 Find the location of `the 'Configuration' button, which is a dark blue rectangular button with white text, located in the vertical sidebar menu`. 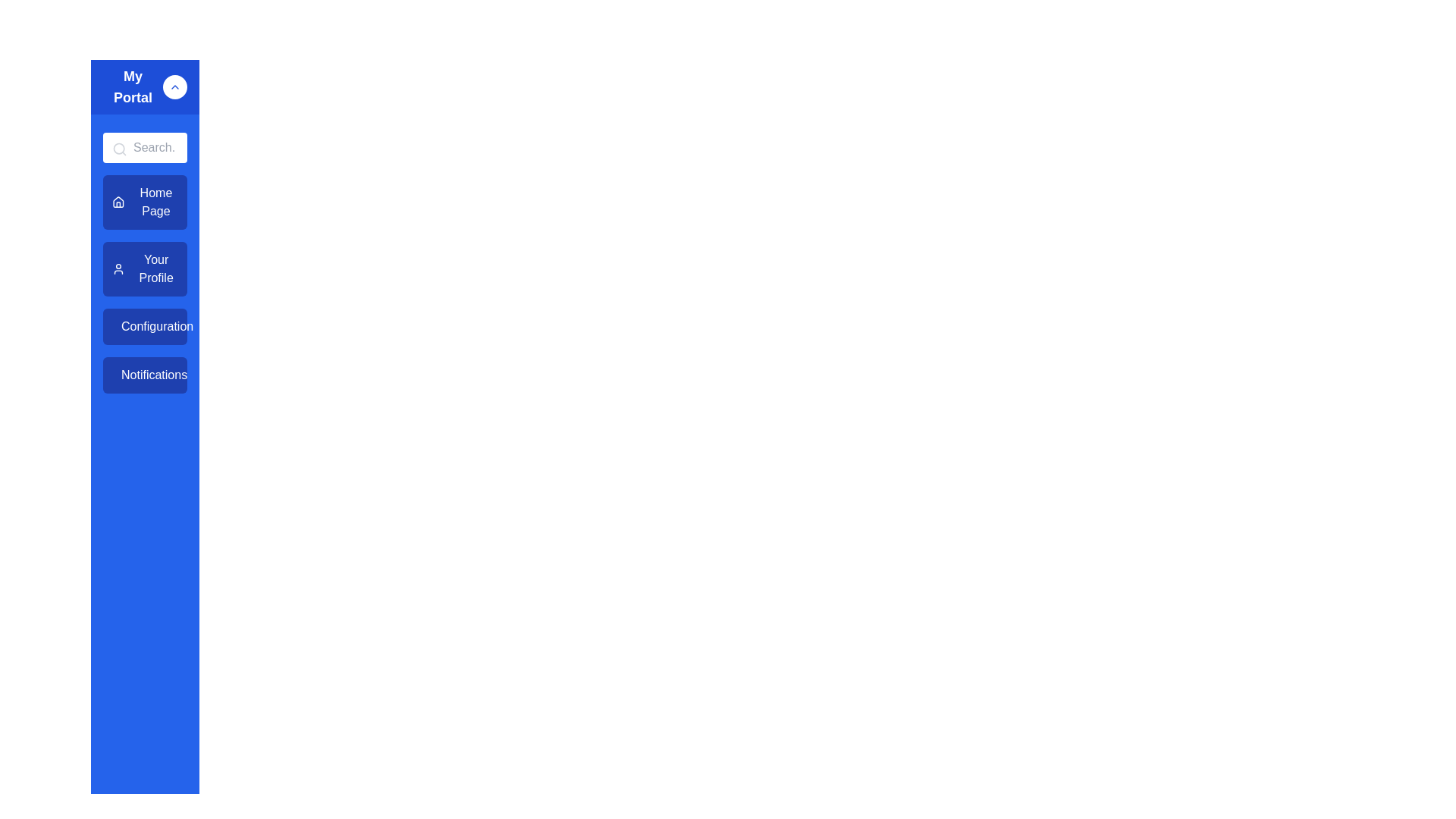

the 'Configuration' button, which is a dark blue rectangular button with white text, located in the vertical sidebar menu is located at coordinates (145, 326).